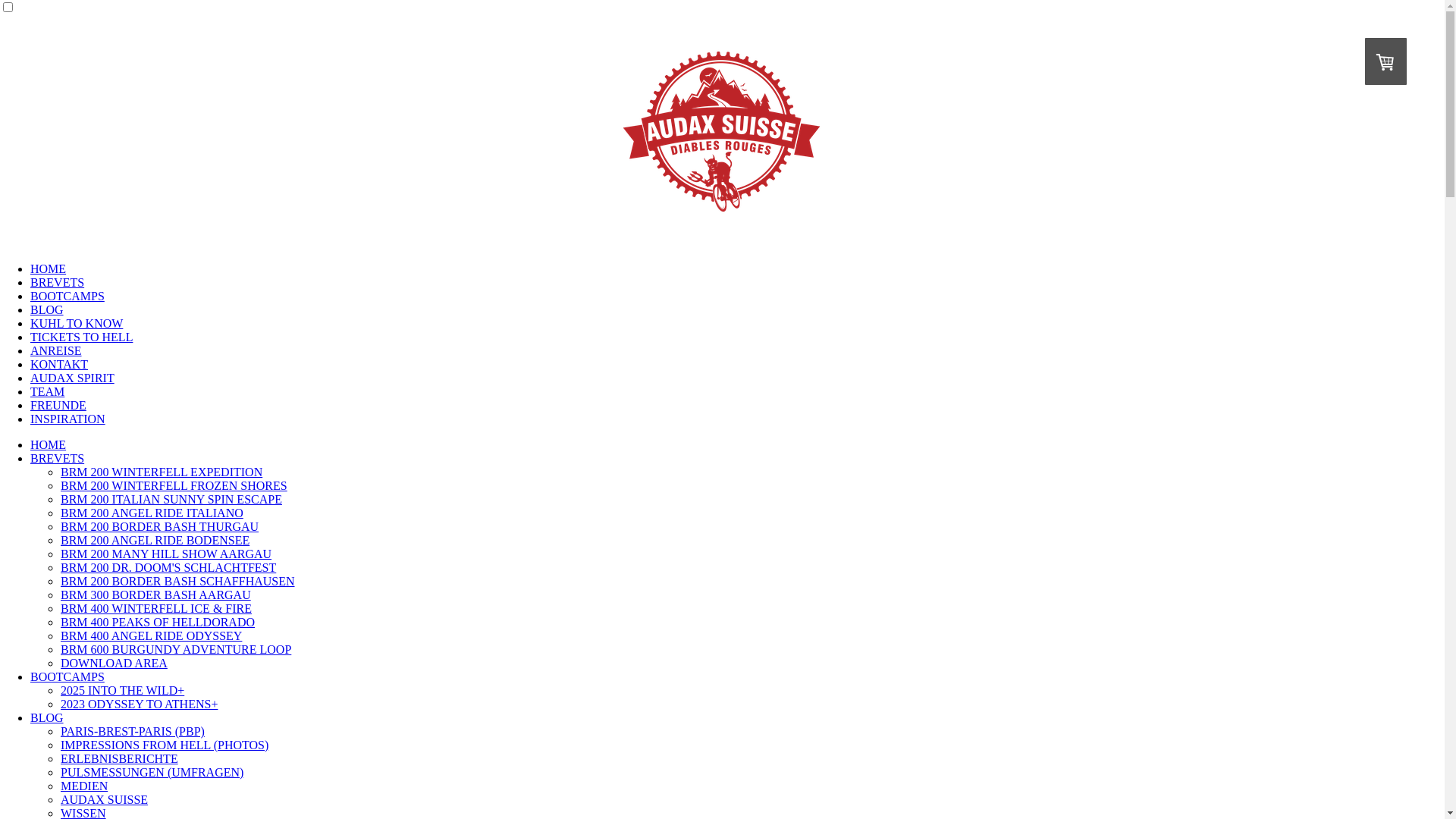 The image size is (1456, 819). What do you see at coordinates (61, 744) in the screenshot?
I see `'IMPRESSIONS FROM HELL (PHOTOS)'` at bounding box center [61, 744].